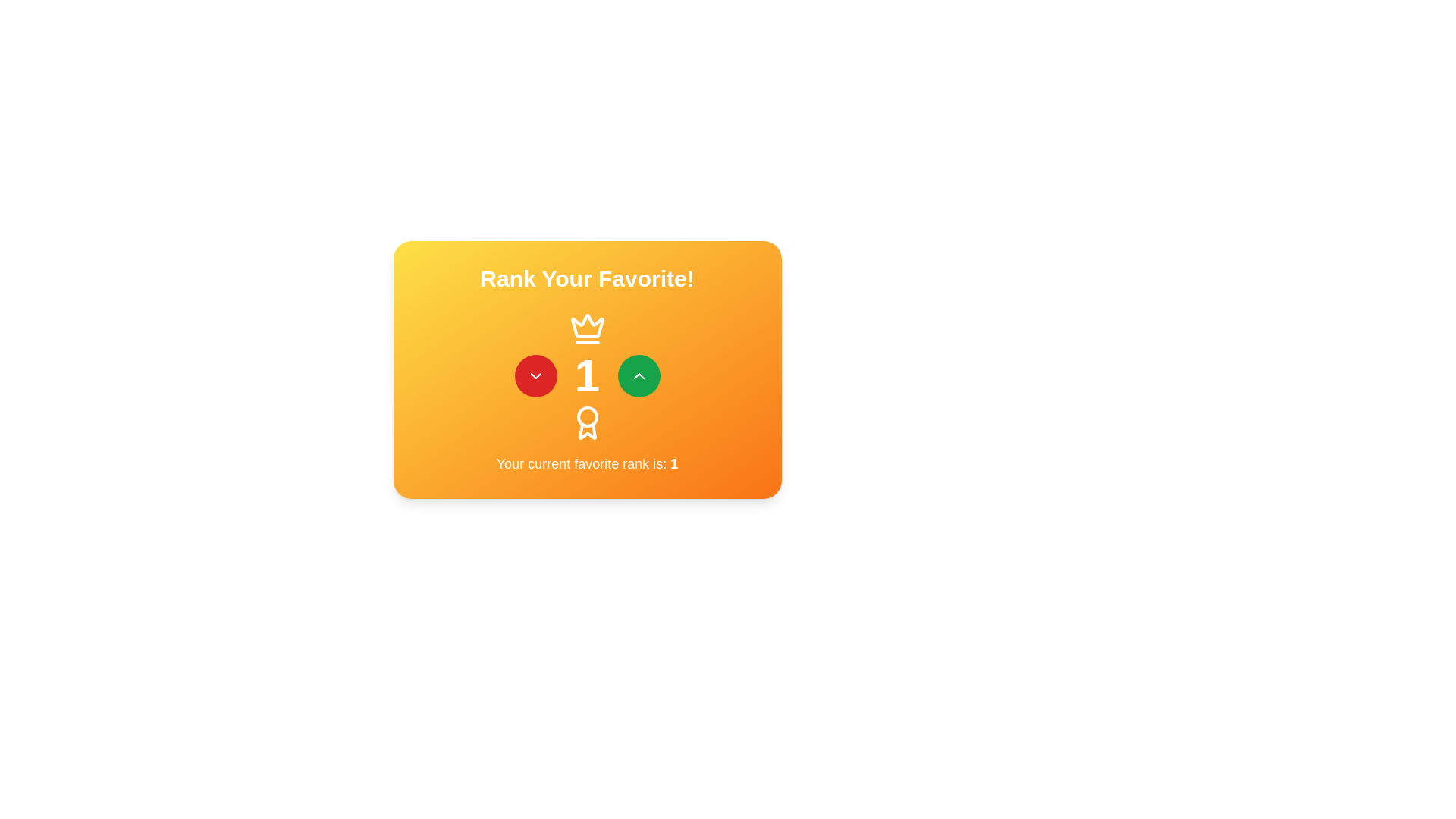  I want to click on the decorative and informational composite element that visually represents the current ranking, located below the heading 'Rank Your Favorite!' and flanked by two circular buttons, so click(586, 375).